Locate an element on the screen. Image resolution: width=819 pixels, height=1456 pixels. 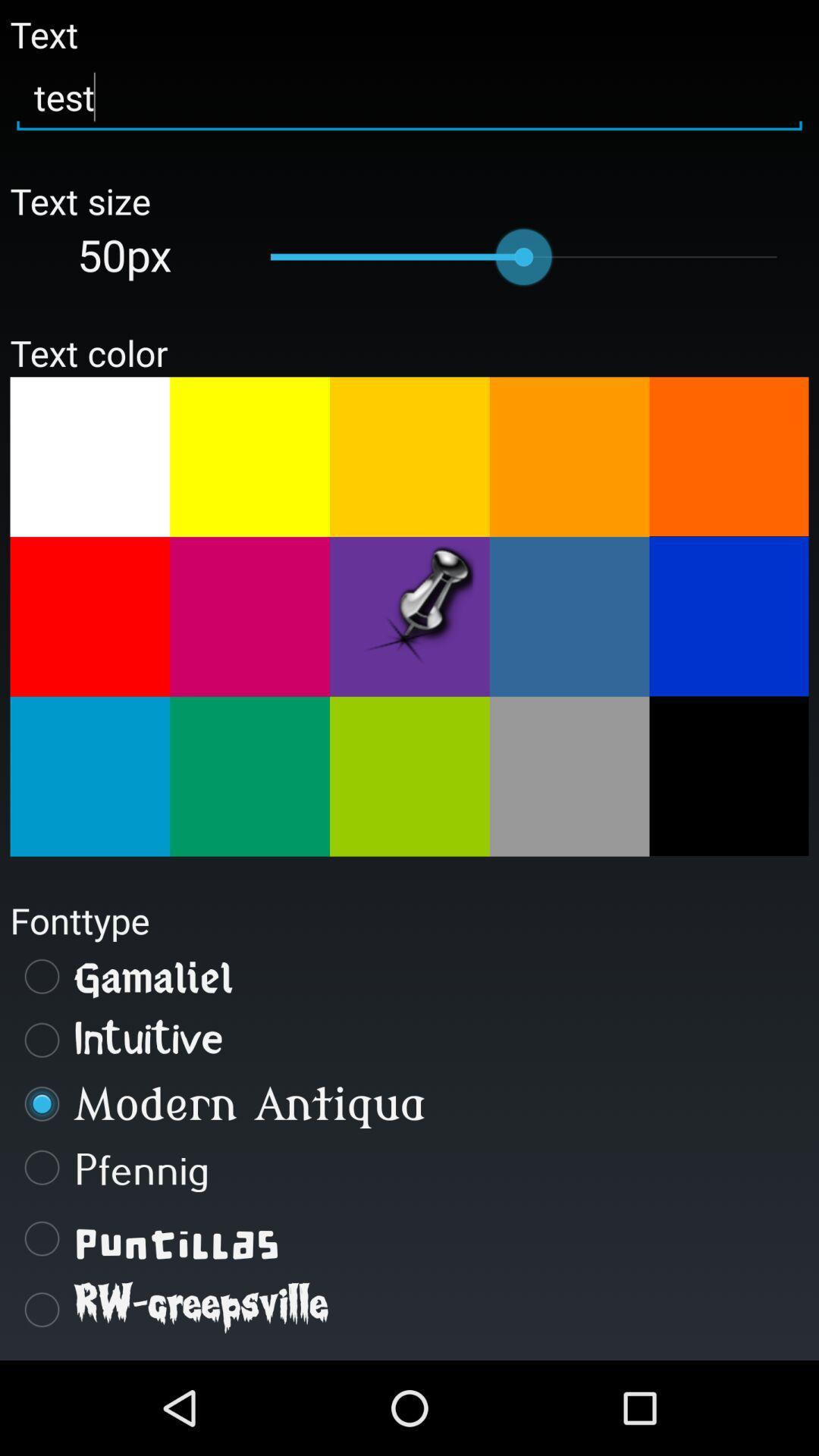
text color option is located at coordinates (728, 456).